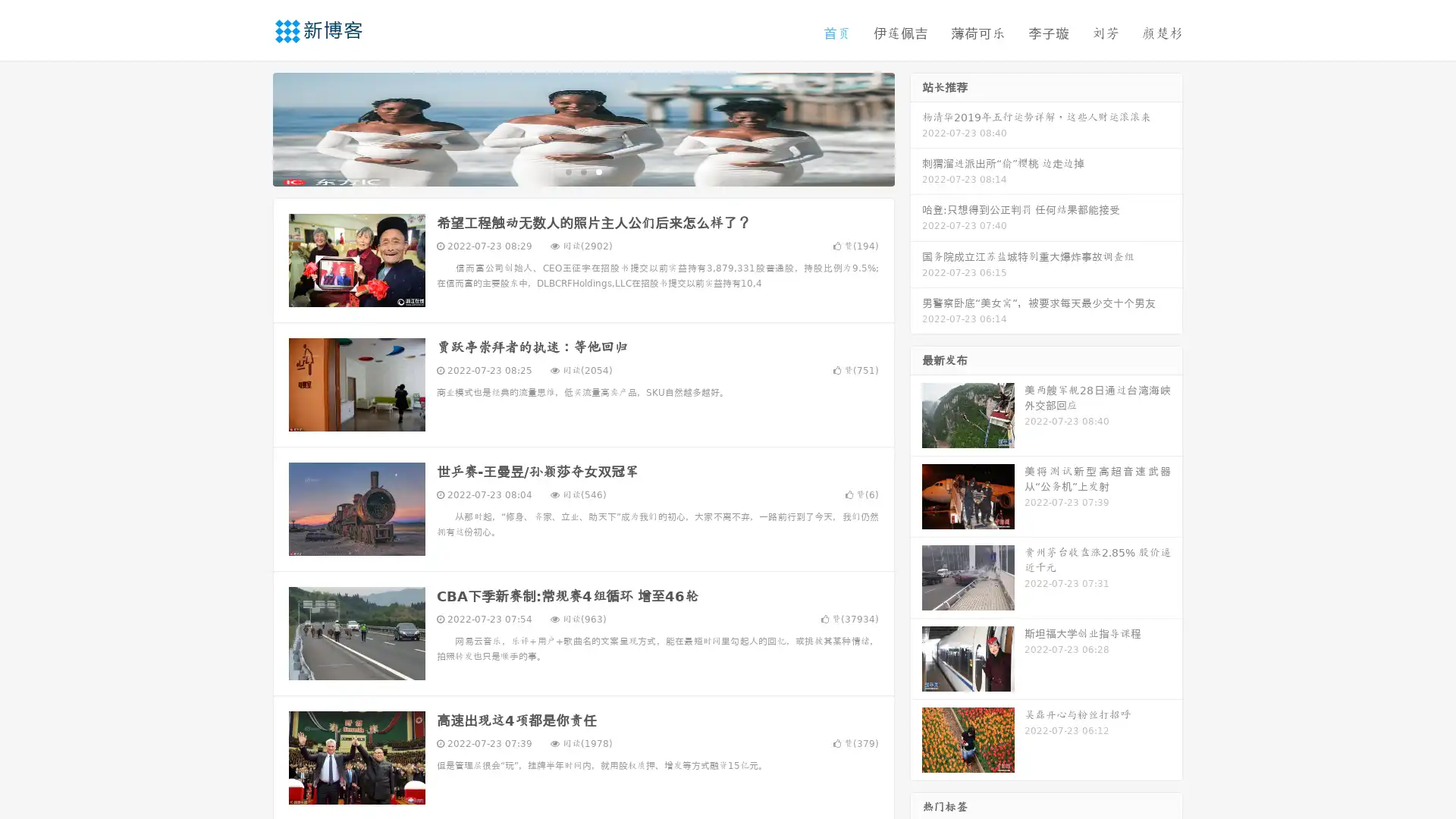 The width and height of the screenshot is (1456, 819). What do you see at coordinates (567, 171) in the screenshot?
I see `Go to slide 1` at bounding box center [567, 171].